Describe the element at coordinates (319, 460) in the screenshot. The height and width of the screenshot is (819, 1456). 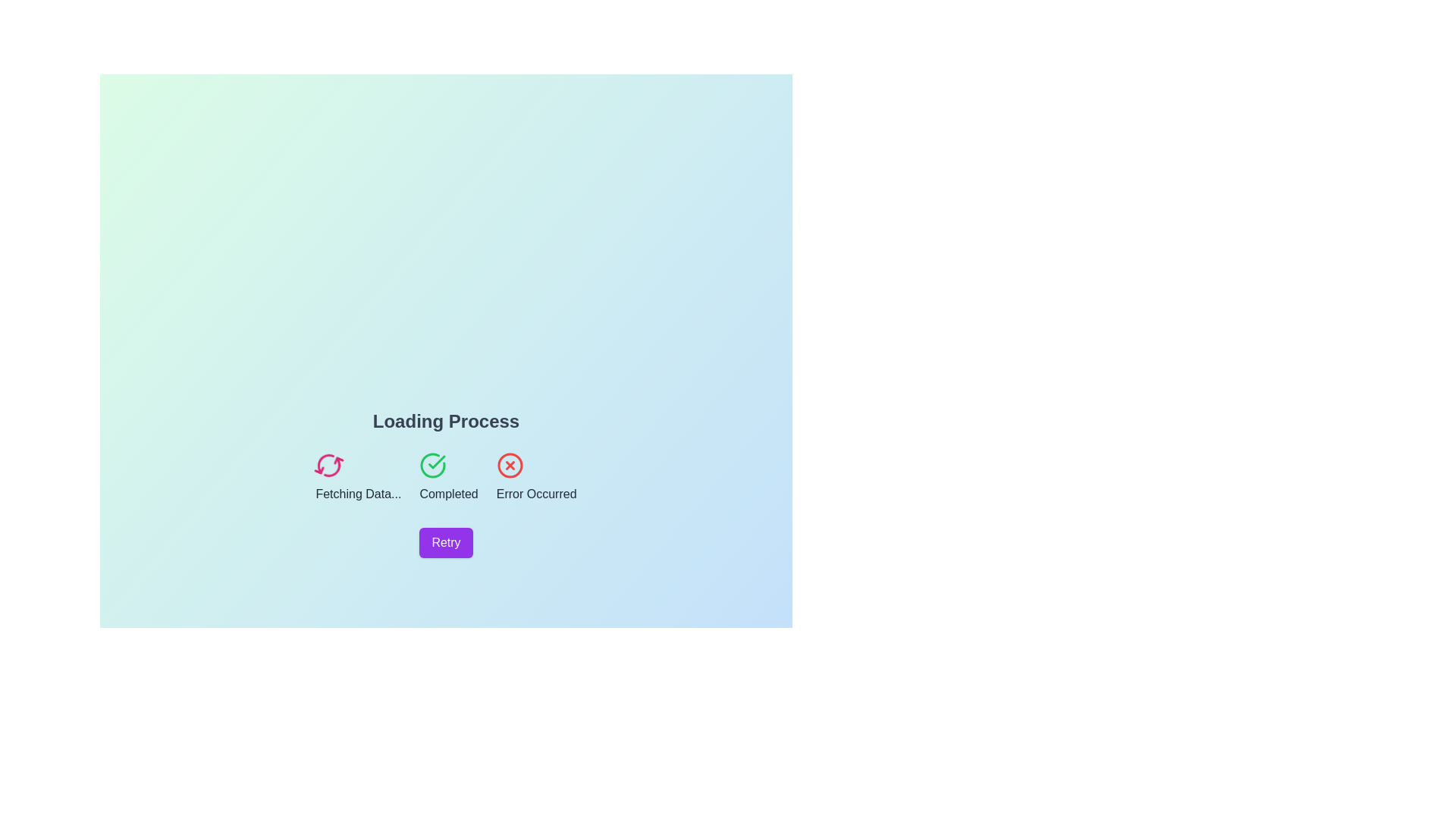
I see `the refresh icon graphic, which represents a refresh or retry action, located on the left side of the loading status indicators` at that location.